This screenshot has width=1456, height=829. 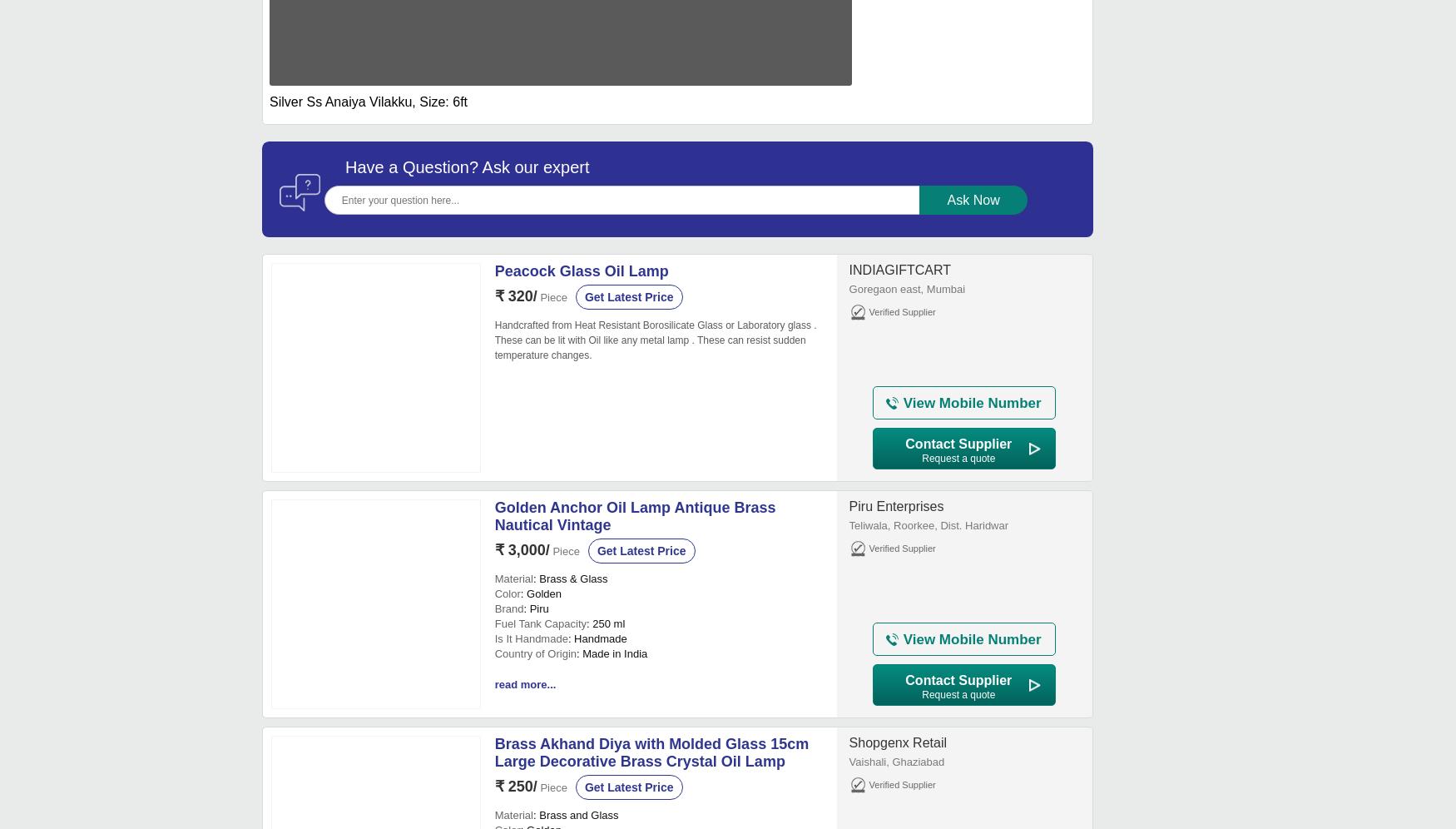 I want to click on ':  Made in India', so click(x=612, y=653).